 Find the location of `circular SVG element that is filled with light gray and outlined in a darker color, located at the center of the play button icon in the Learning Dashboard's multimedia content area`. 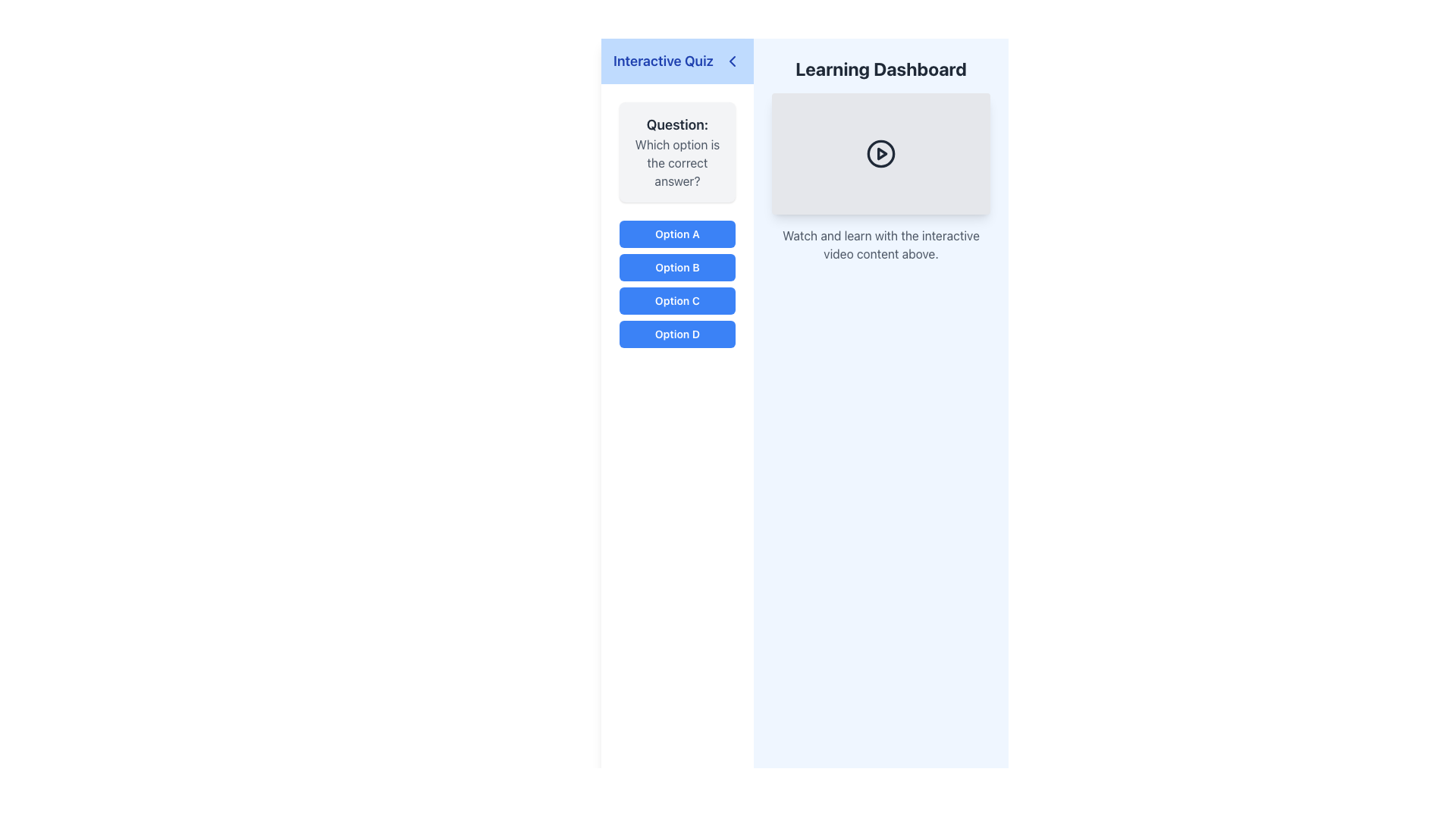

circular SVG element that is filled with light gray and outlined in a darker color, located at the center of the play button icon in the Learning Dashboard's multimedia content area is located at coordinates (880, 154).